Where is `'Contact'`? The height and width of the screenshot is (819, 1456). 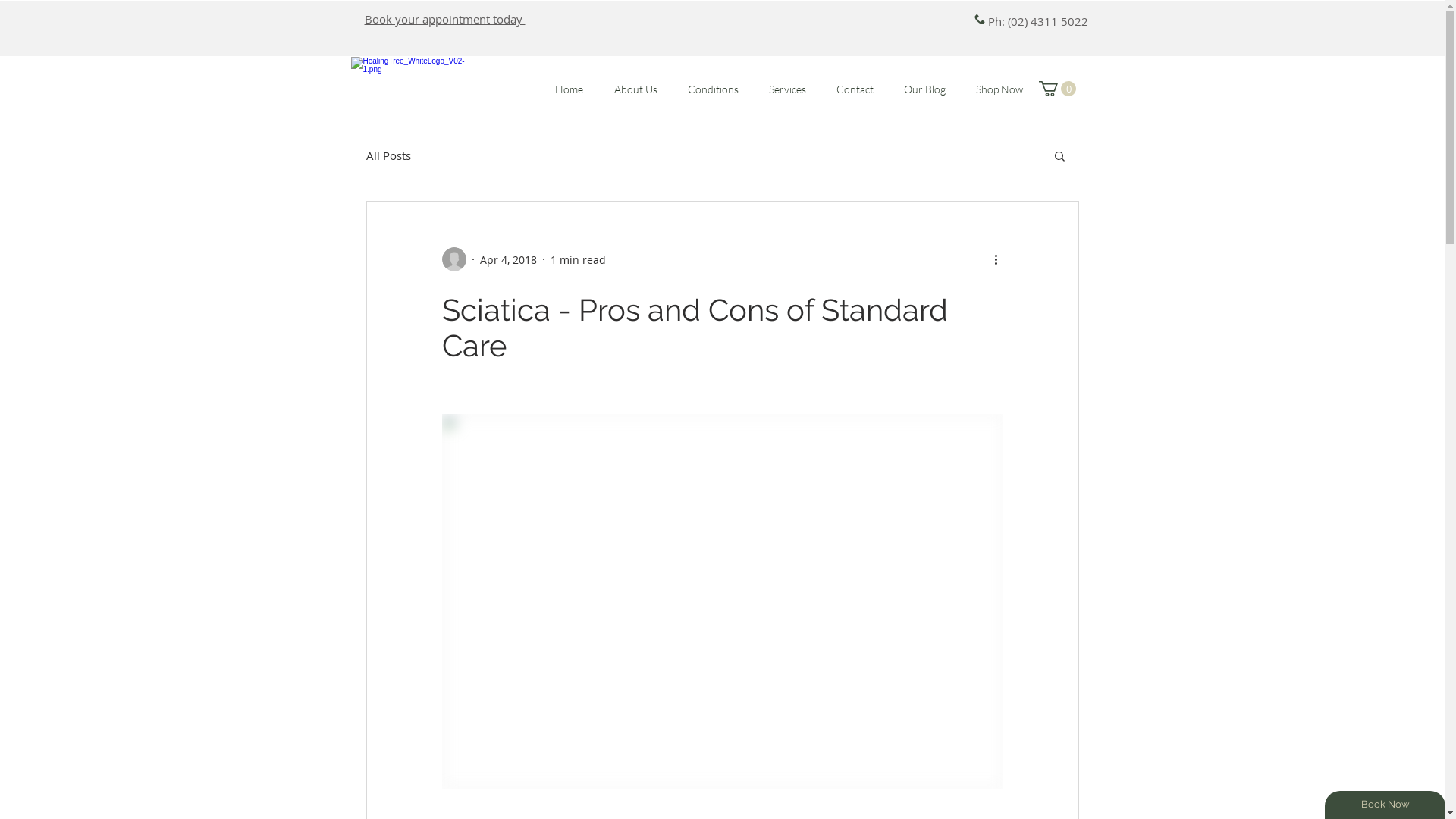
'Contact' is located at coordinates (854, 89).